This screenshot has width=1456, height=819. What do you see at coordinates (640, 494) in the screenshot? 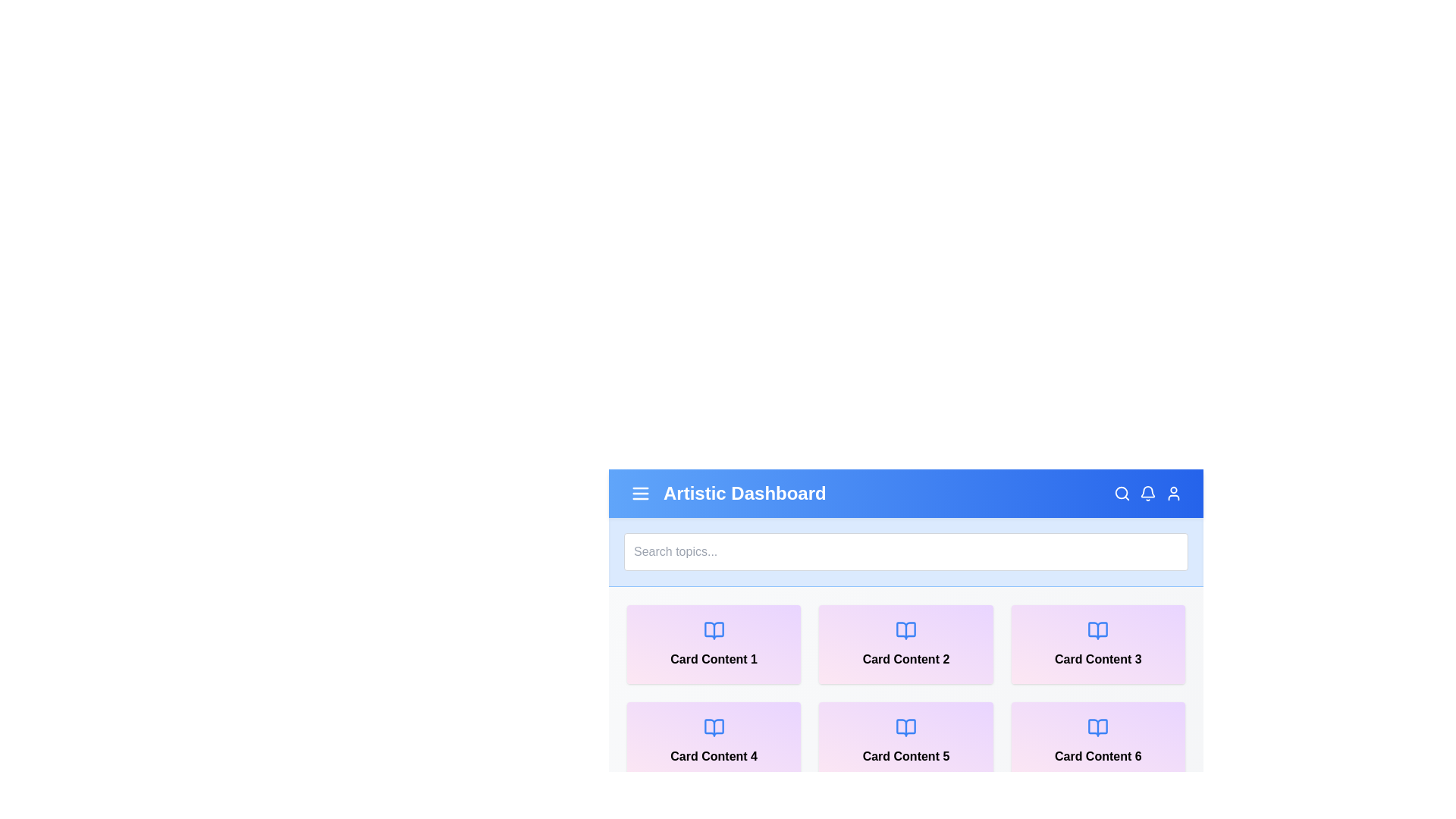
I see `menu icon to toggle the menu visibility` at bounding box center [640, 494].